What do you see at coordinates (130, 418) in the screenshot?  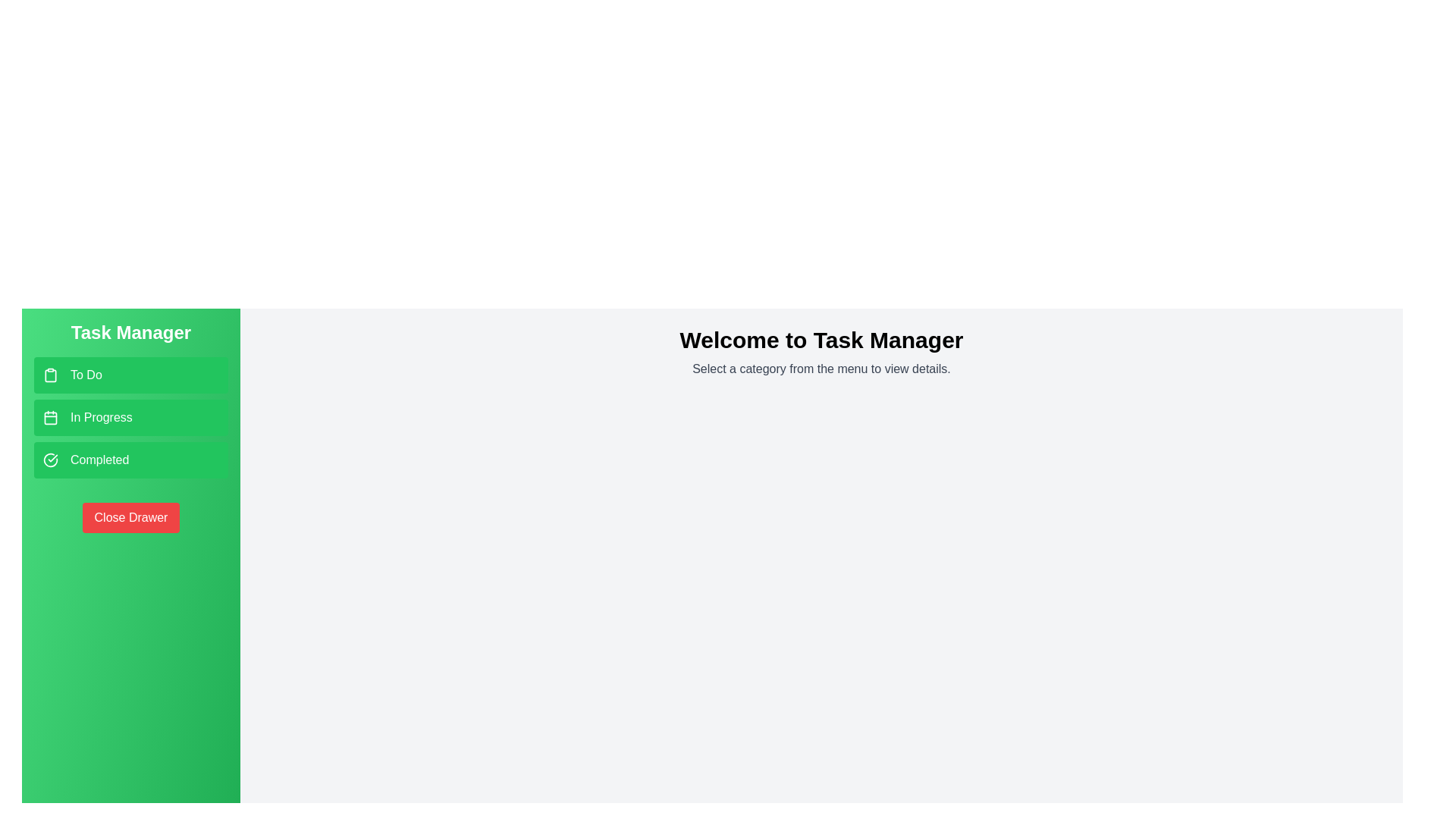 I see `the 'In Progress' category to view tasks currently in progress` at bounding box center [130, 418].